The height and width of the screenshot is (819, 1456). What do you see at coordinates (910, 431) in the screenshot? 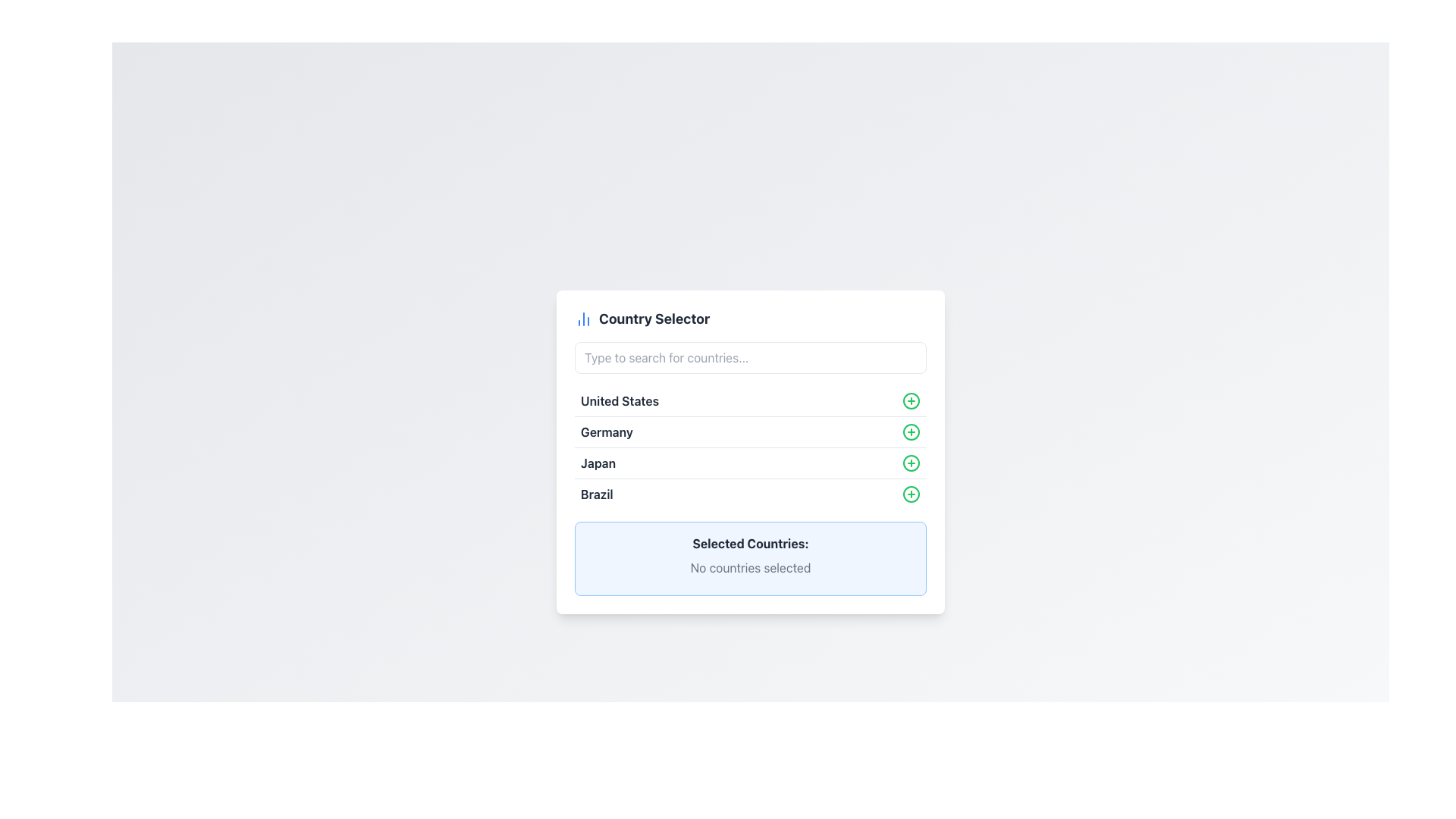
I see `the circular add button associated with the 'Germany' option, which is styled in green with a plus symbol in its center` at bounding box center [910, 431].